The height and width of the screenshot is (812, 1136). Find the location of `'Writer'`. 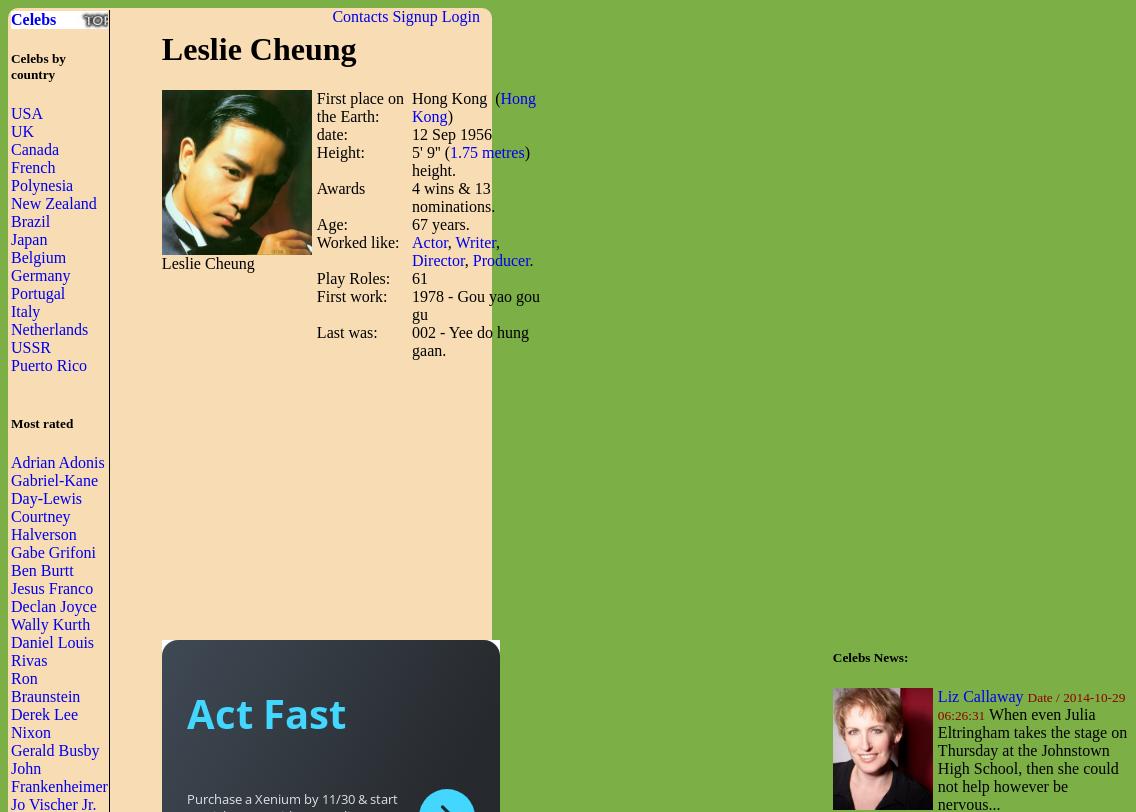

'Writer' is located at coordinates (475, 241).